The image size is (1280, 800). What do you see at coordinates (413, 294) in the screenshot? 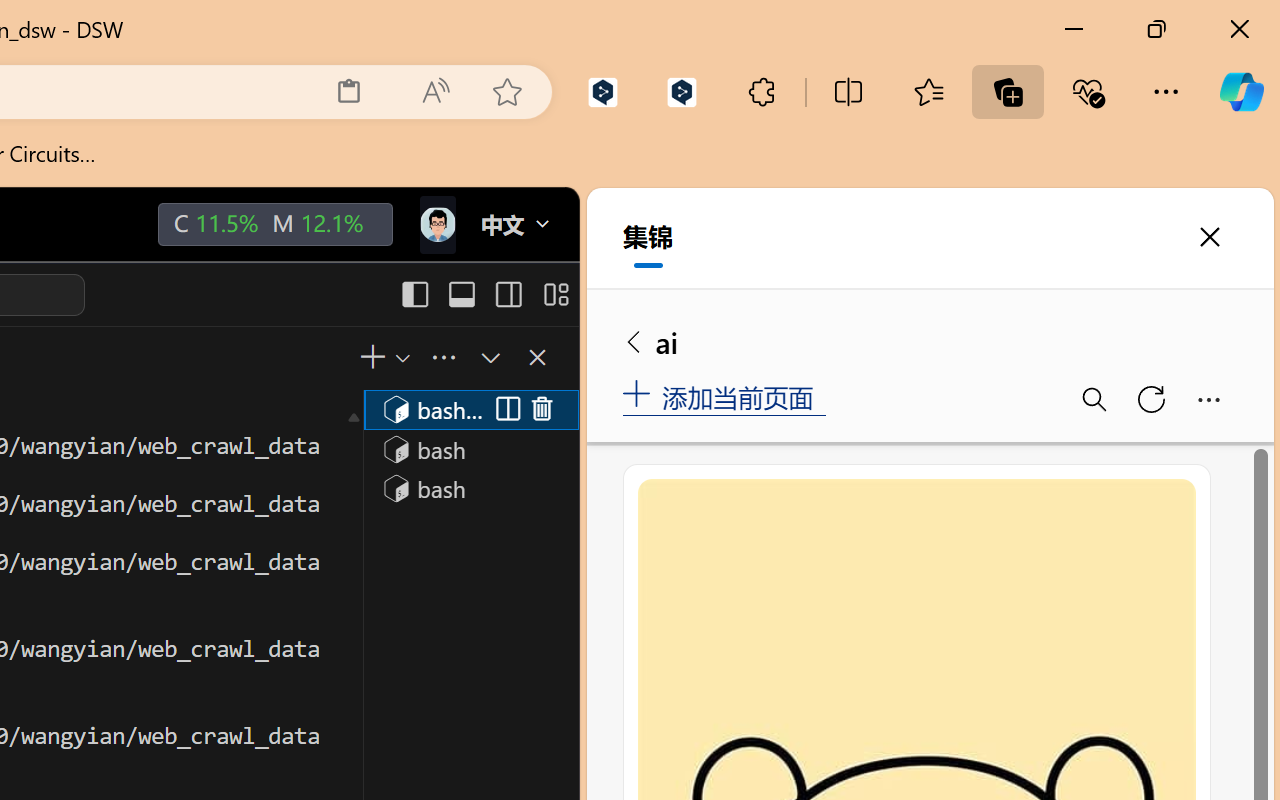
I see `'Toggle Primary Side Bar (Ctrl+B)'` at bounding box center [413, 294].